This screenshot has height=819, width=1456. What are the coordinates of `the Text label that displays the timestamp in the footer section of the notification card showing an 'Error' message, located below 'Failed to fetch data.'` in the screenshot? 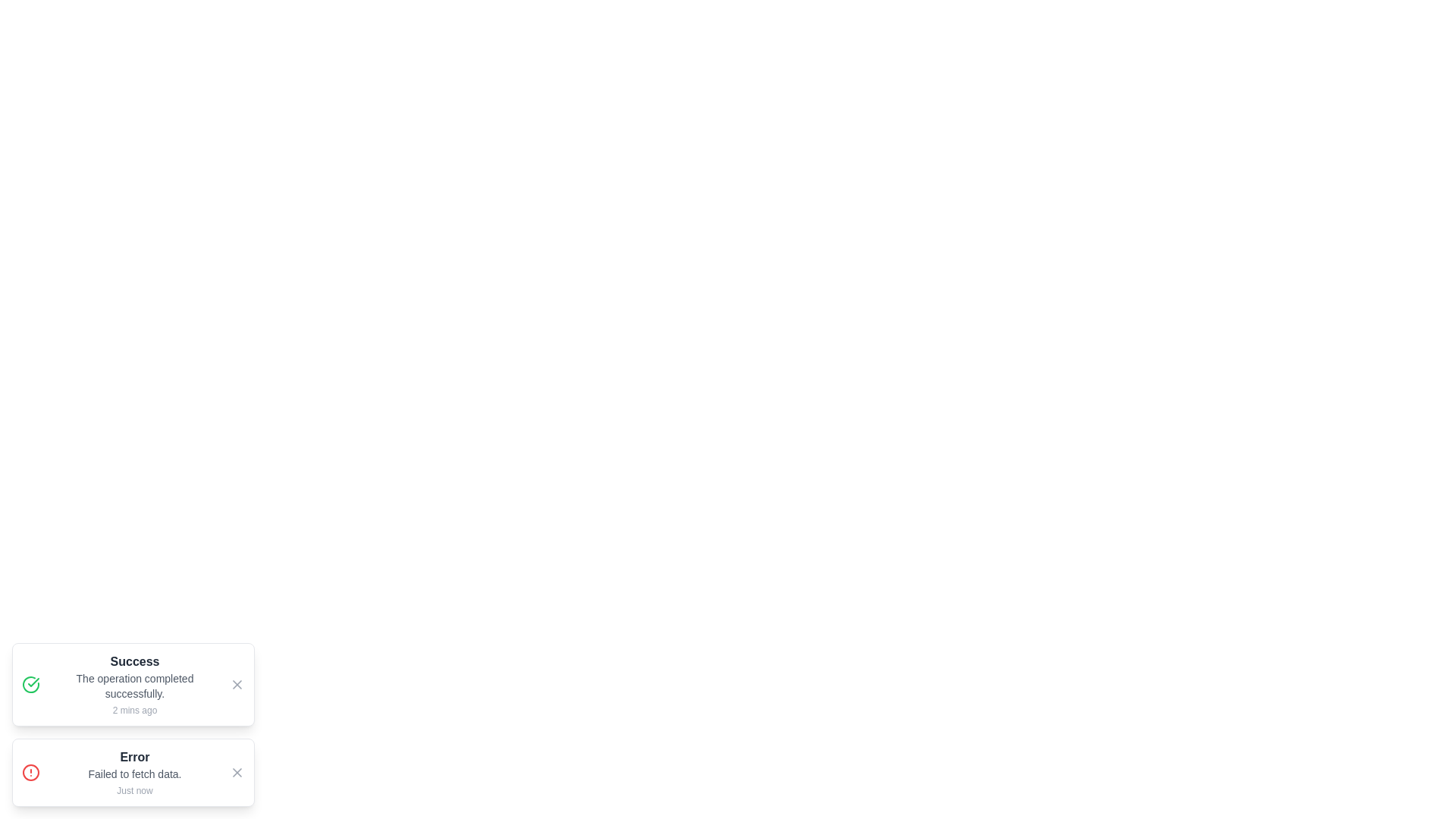 It's located at (134, 789).